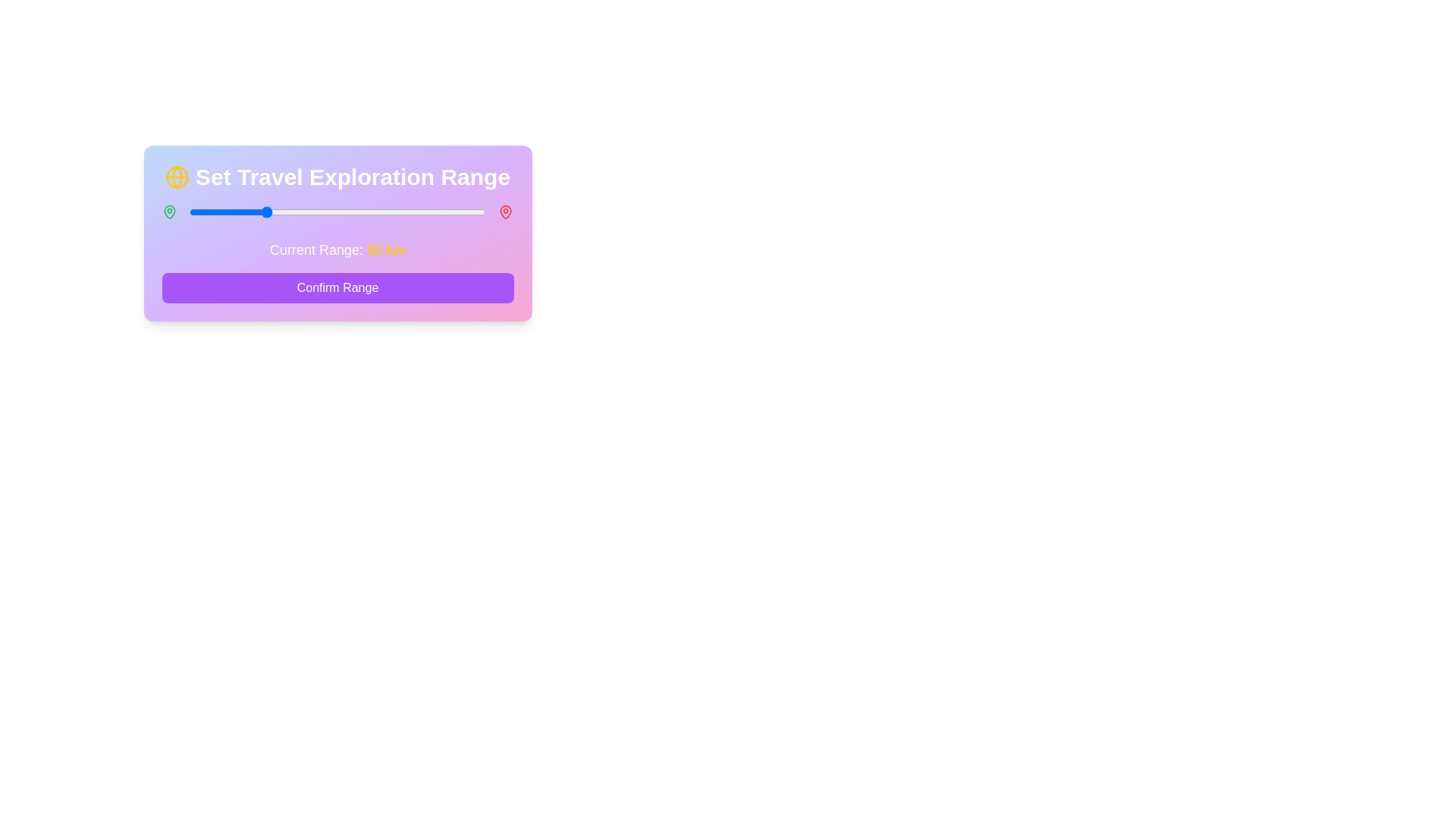 The width and height of the screenshot is (1456, 819). What do you see at coordinates (265, 212) in the screenshot?
I see `the slider to set the range to 51 km` at bounding box center [265, 212].